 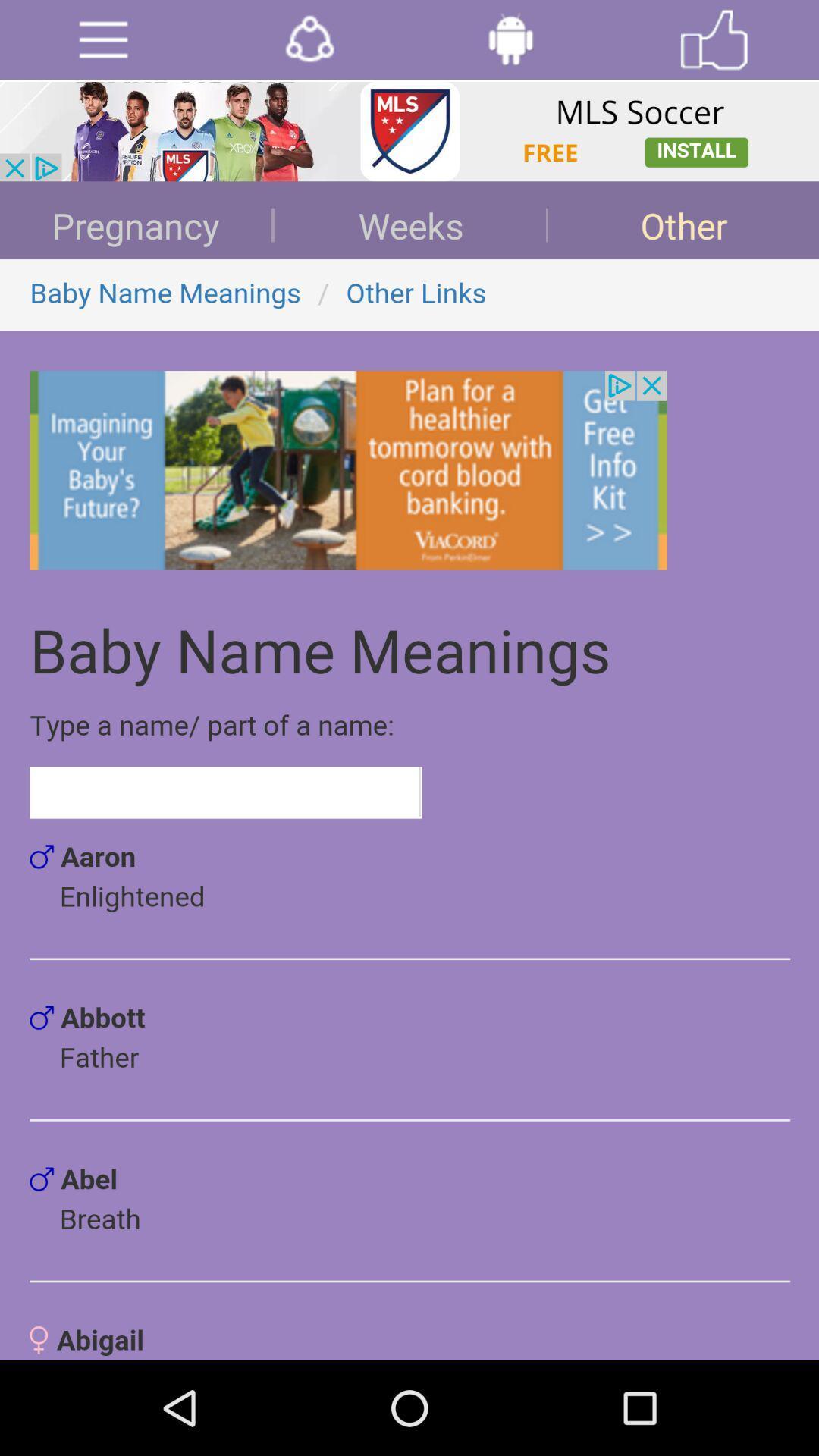 I want to click on share the entry, so click(x=309, y=39).